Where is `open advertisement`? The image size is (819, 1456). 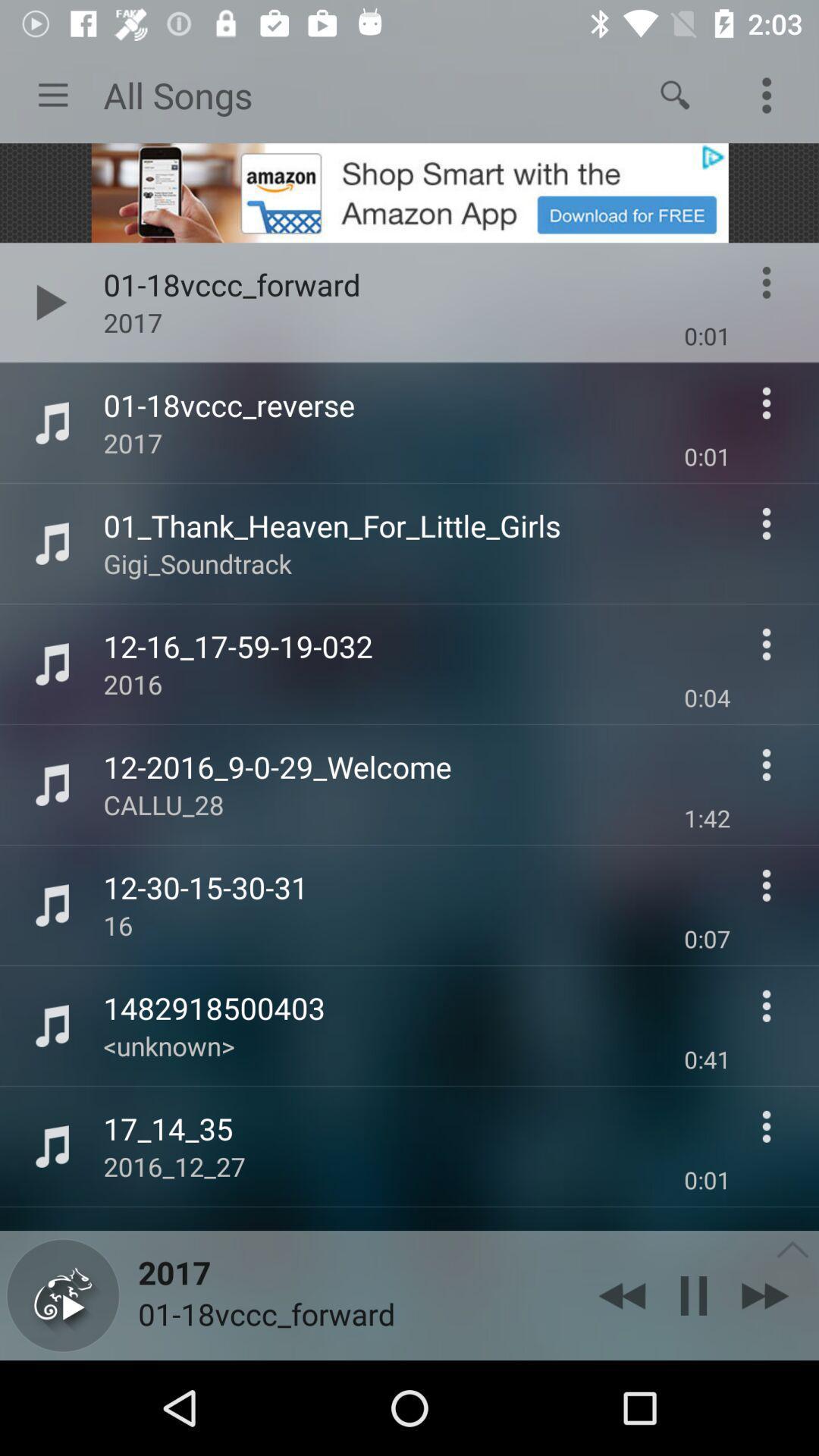 open advertisement is located at coordinates (409, 192).